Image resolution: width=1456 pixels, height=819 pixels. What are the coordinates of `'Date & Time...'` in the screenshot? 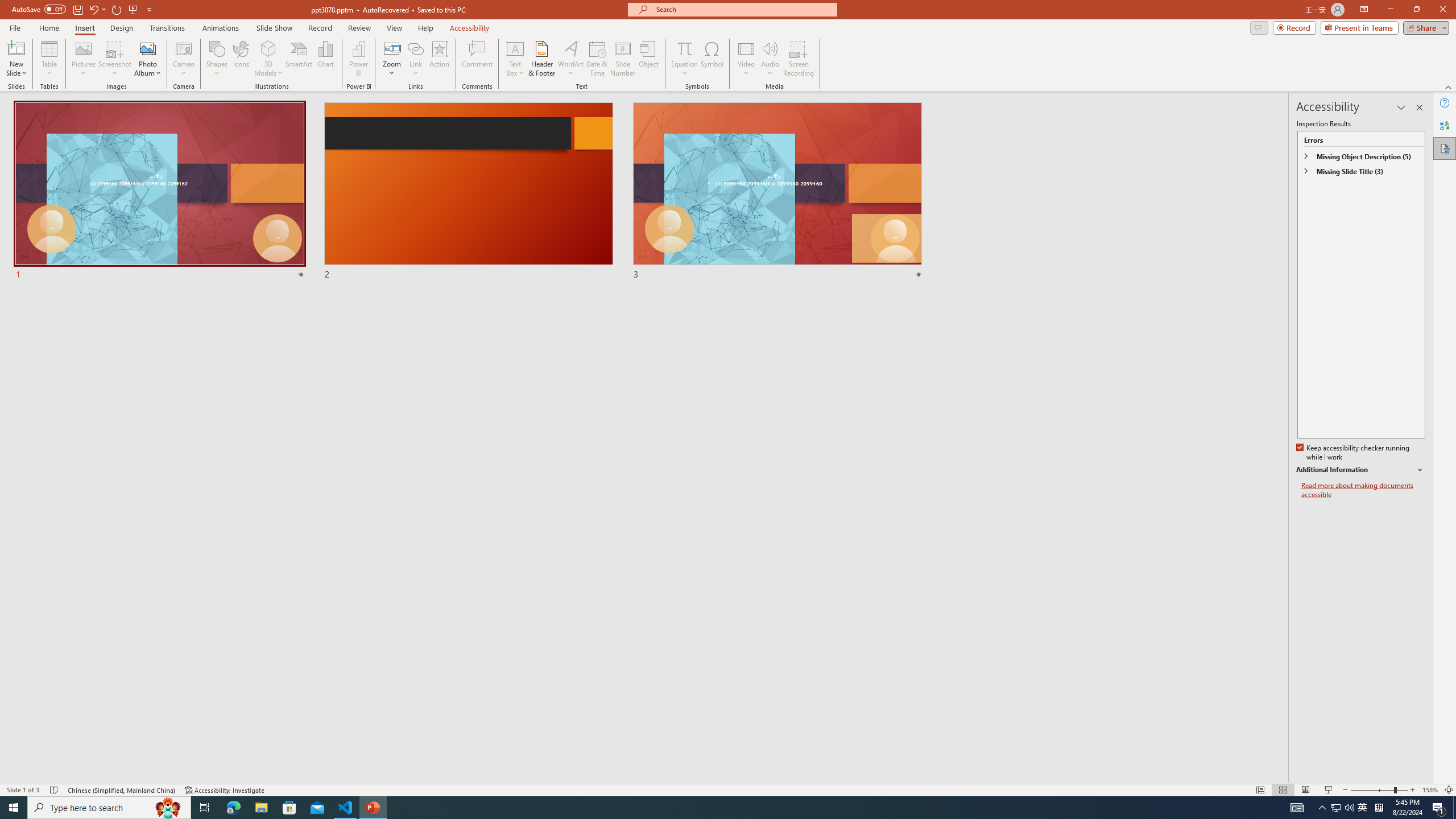 It's located at (596, 59).